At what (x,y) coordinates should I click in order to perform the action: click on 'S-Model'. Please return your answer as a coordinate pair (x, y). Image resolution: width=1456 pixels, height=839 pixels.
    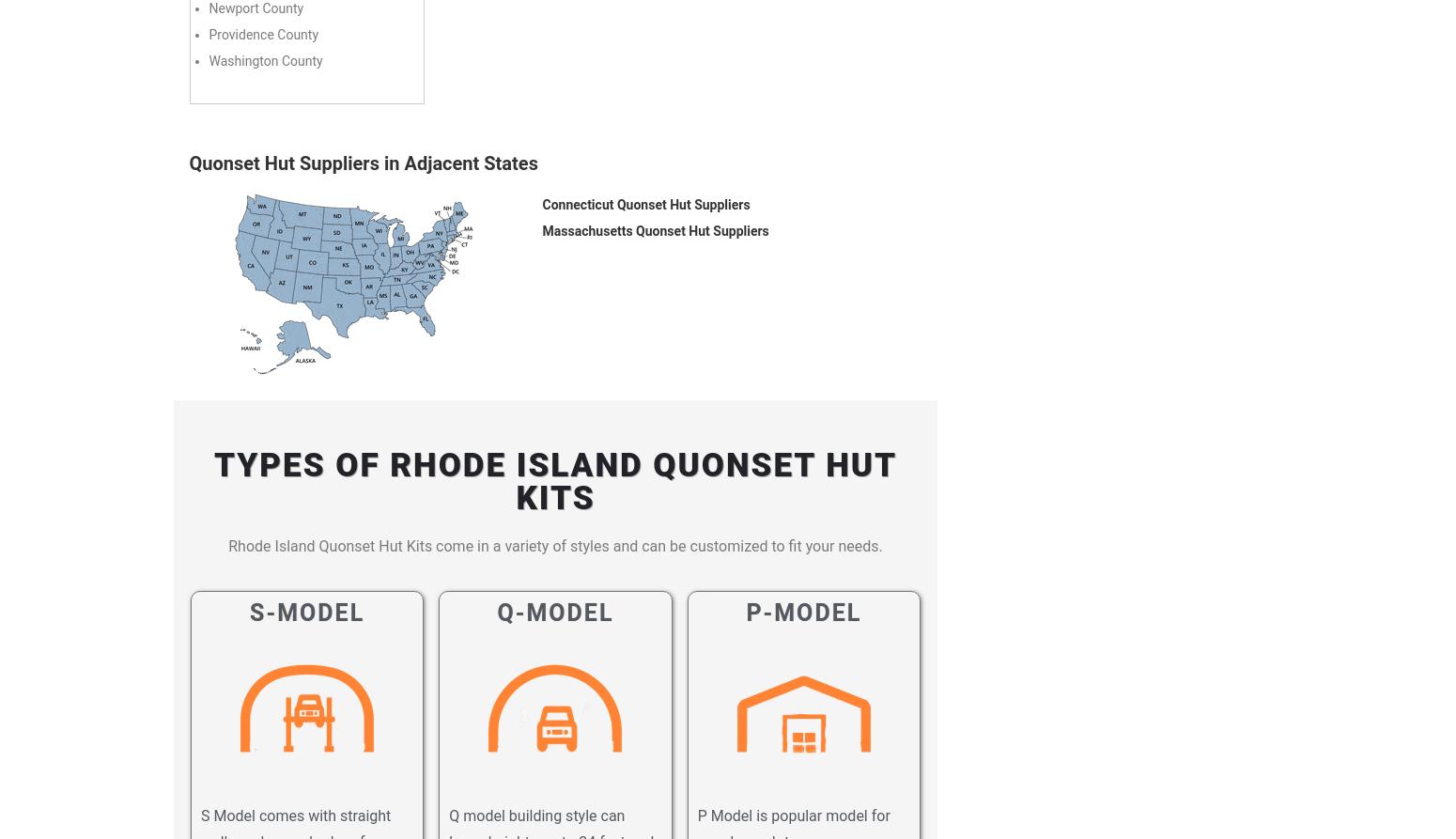
    Looking at the image, I should click on (306, 612).